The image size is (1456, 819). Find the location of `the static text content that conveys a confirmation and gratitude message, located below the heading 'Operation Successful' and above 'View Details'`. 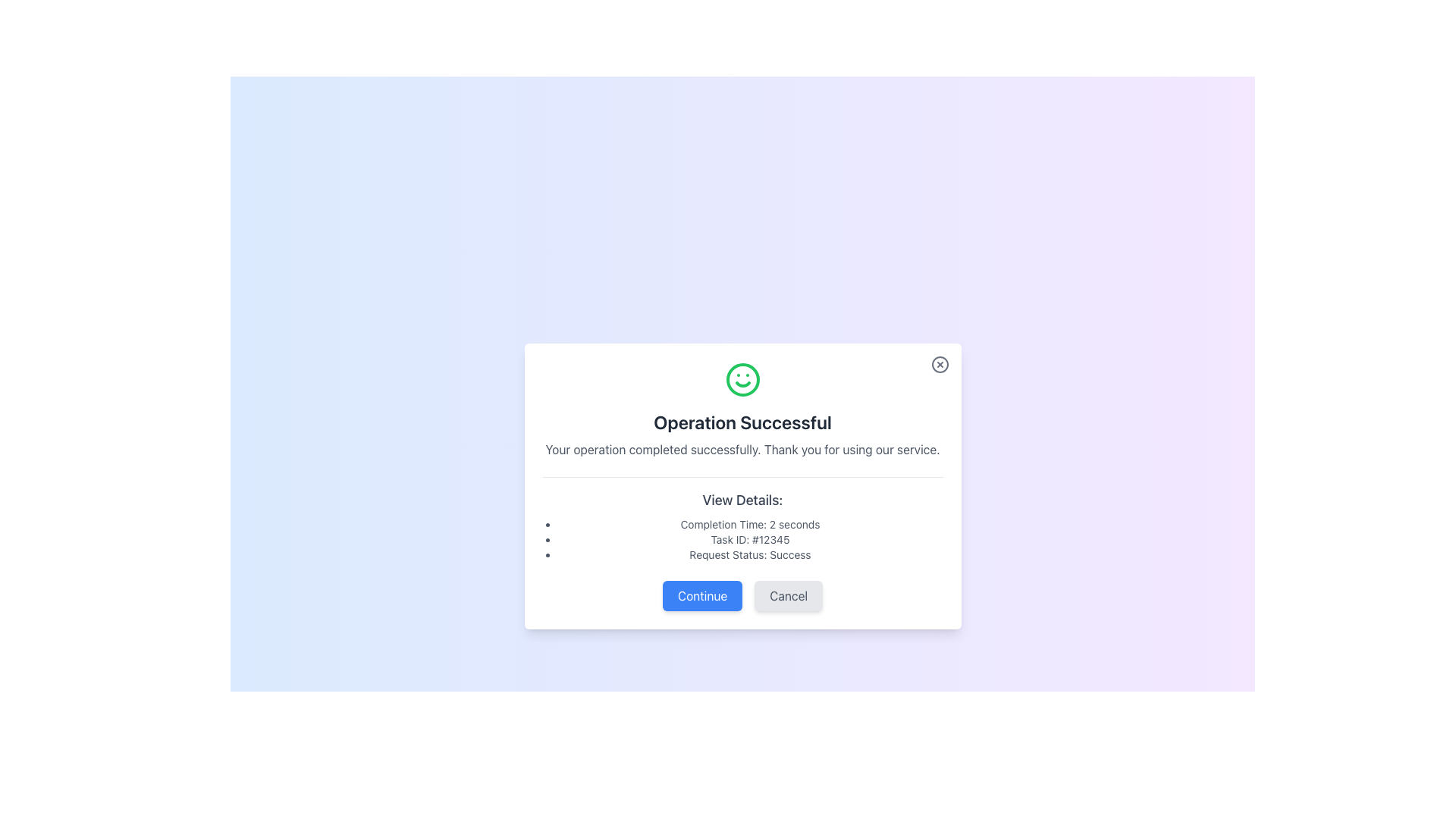

the static text content that conveys a confirmation and gratitude message, located below the heading 'Operation Successful' and above 'View Details' is located at coordinates (742, 448).